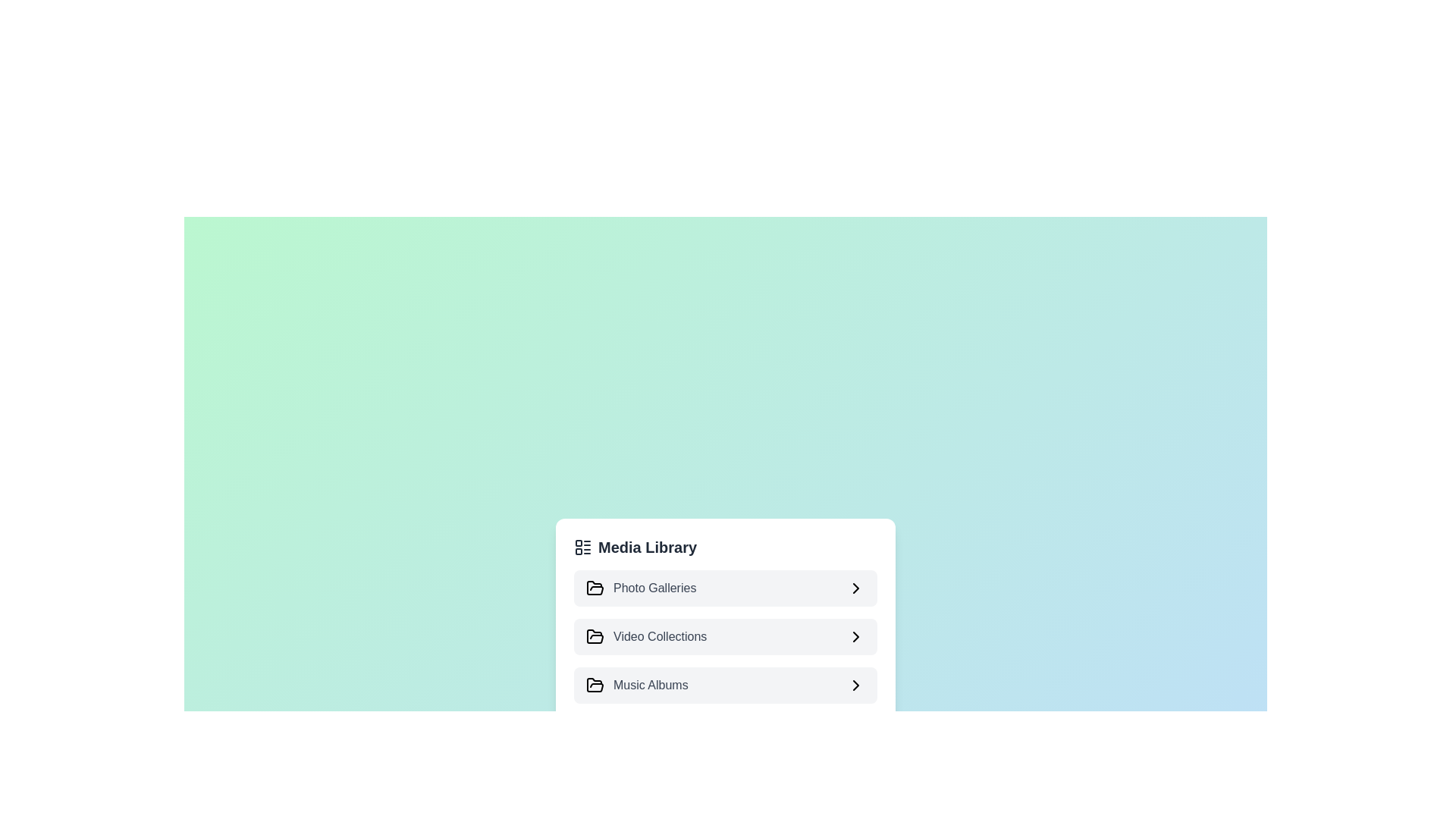 The image size is (1456, 819). What do you see at coordinates (724, 685) in the screenshot?
I see `the item Music Albums to observe its hover effect` at bounding box center [724, 685].